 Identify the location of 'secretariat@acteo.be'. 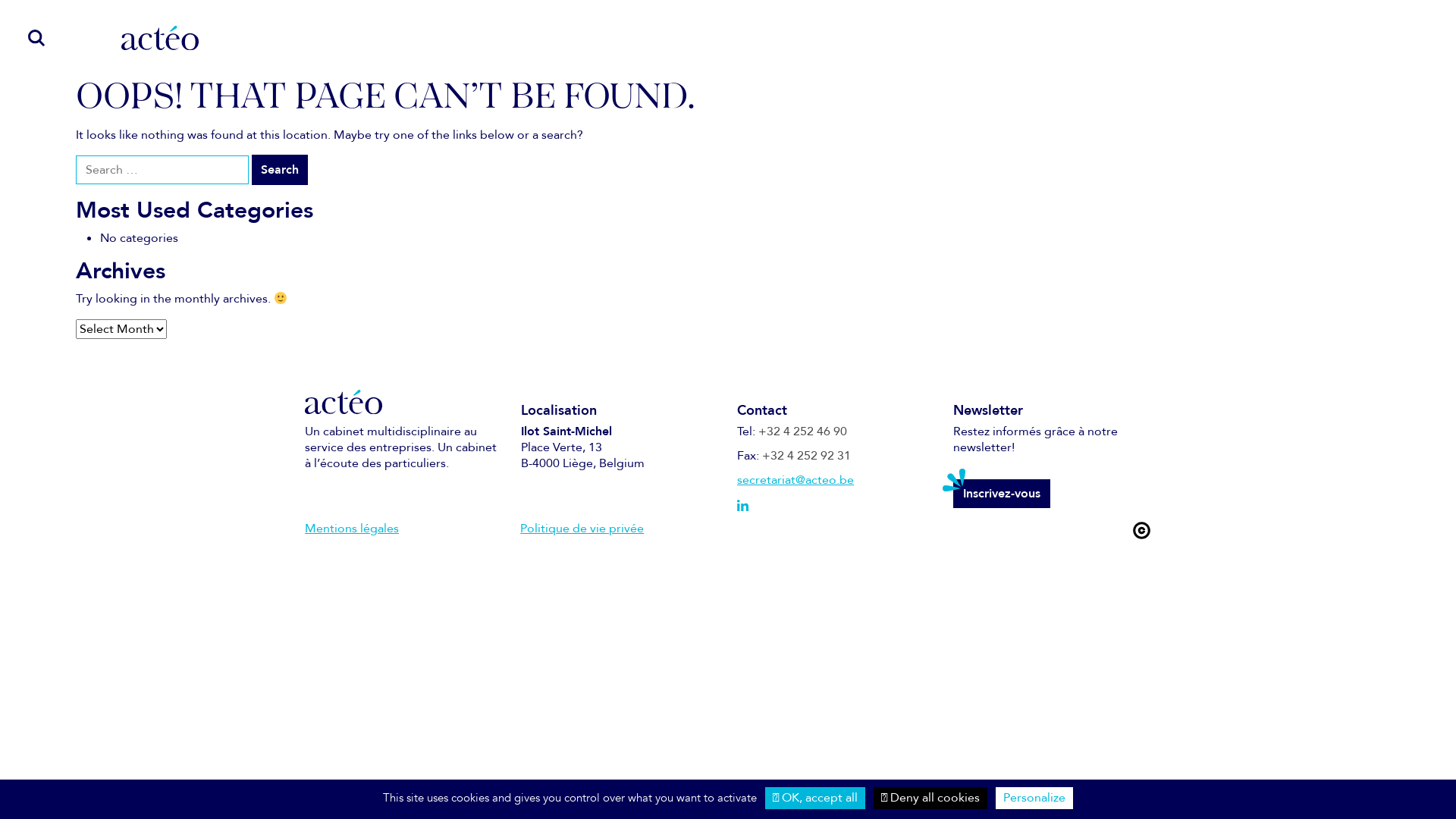
(795, 479).